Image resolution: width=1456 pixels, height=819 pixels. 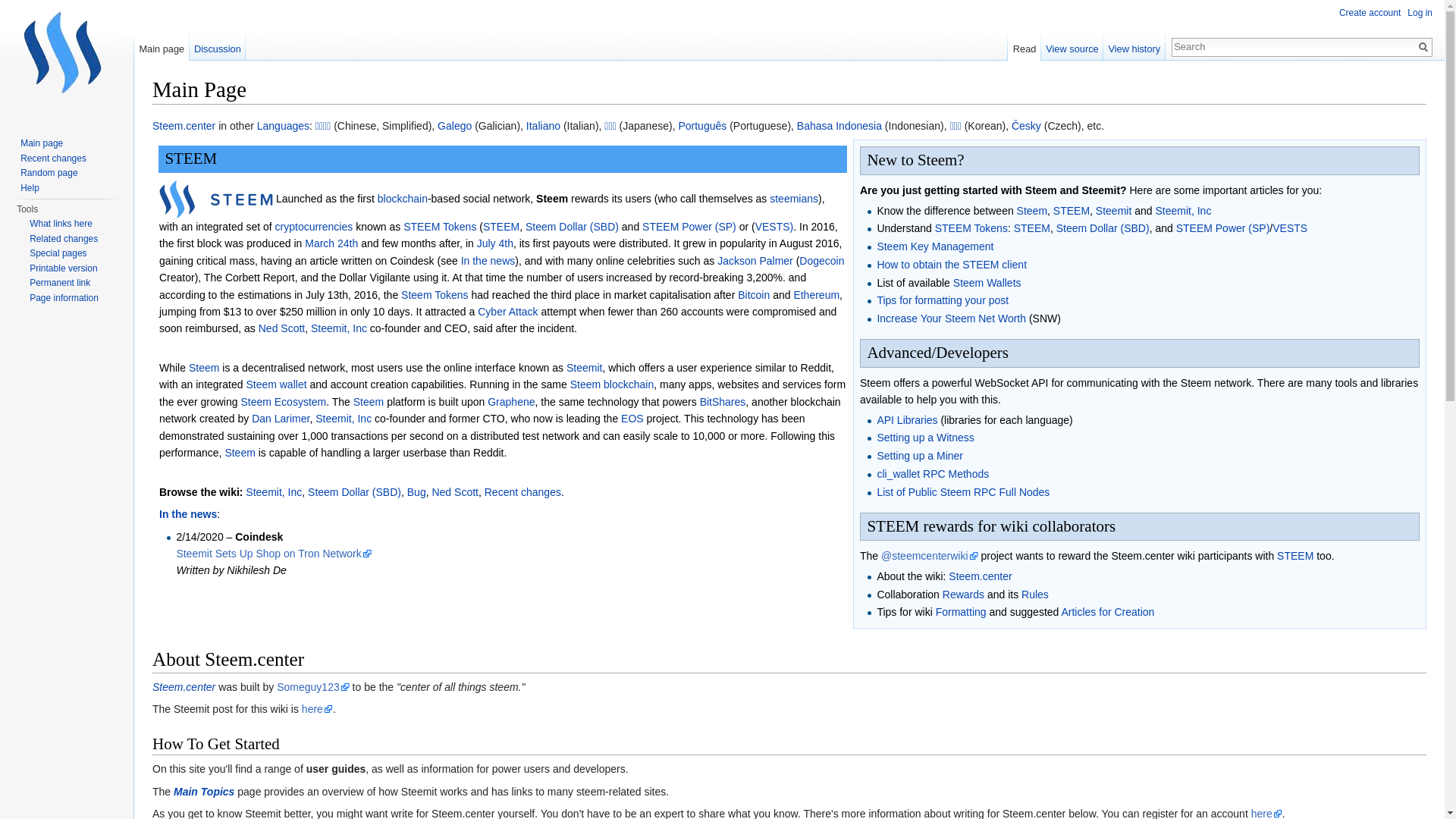 What do you see at coordinates (273, 491) in the screenshot?
I see `'Steemit, Inc'` at bounding box center [273, 491].